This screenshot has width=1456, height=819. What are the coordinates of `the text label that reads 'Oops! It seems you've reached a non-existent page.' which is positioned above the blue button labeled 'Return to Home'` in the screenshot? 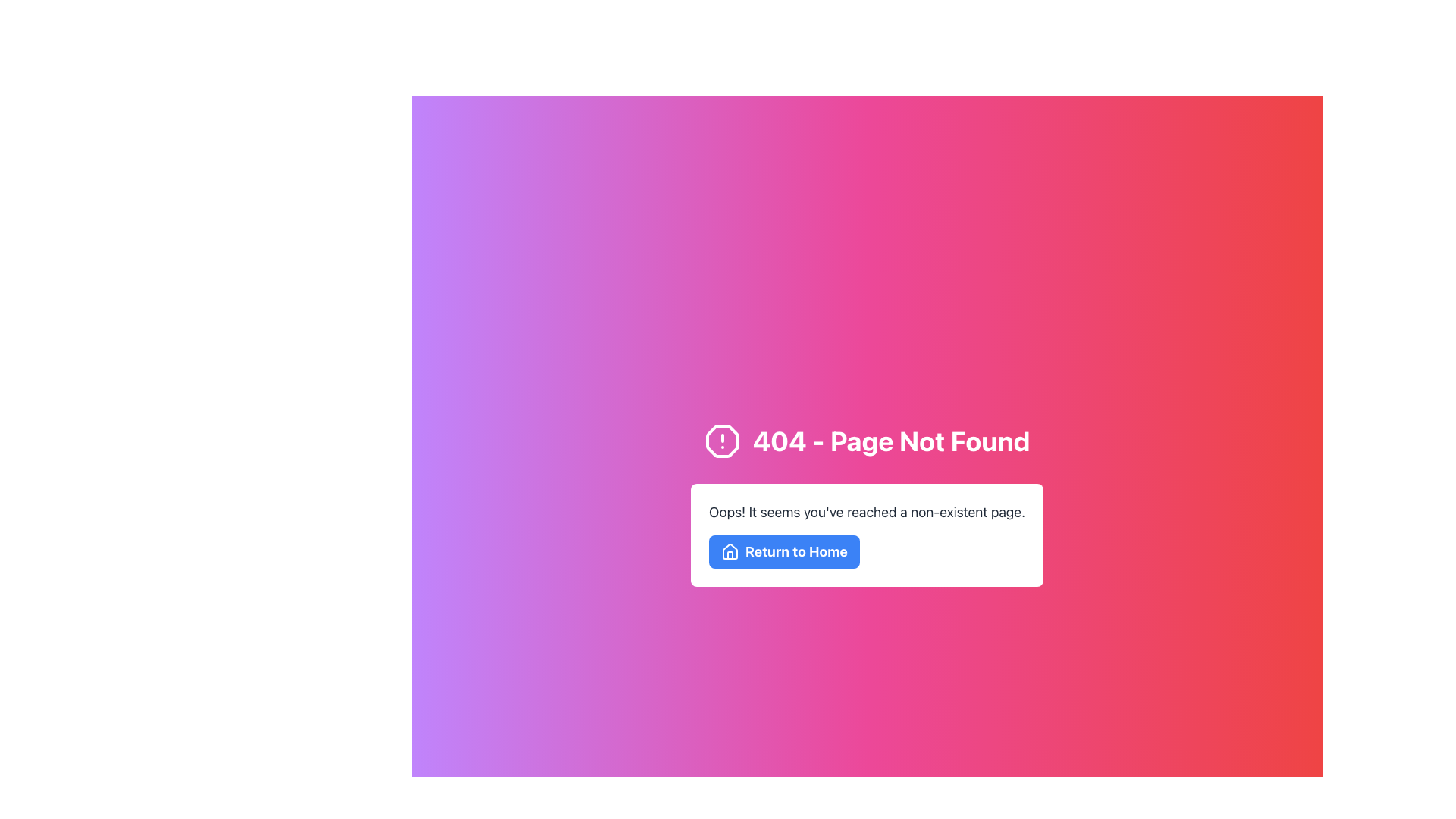 It's located at (867, 512).